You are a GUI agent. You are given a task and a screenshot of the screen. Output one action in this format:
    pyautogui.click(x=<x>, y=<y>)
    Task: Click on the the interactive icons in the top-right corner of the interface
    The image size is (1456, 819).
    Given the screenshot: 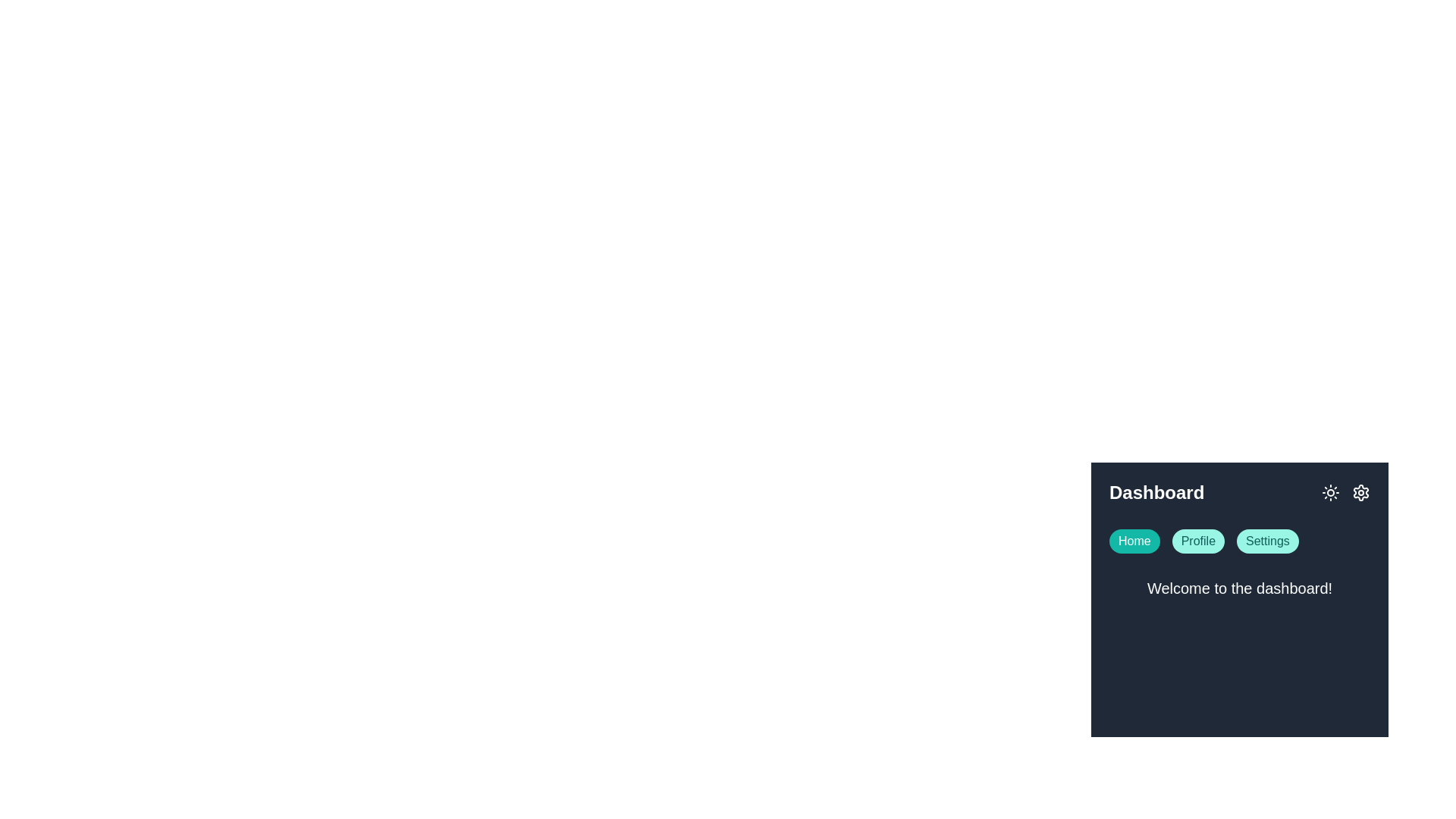 What is the action you would take?
    pyautogui.click(x=1346, y=493)
    